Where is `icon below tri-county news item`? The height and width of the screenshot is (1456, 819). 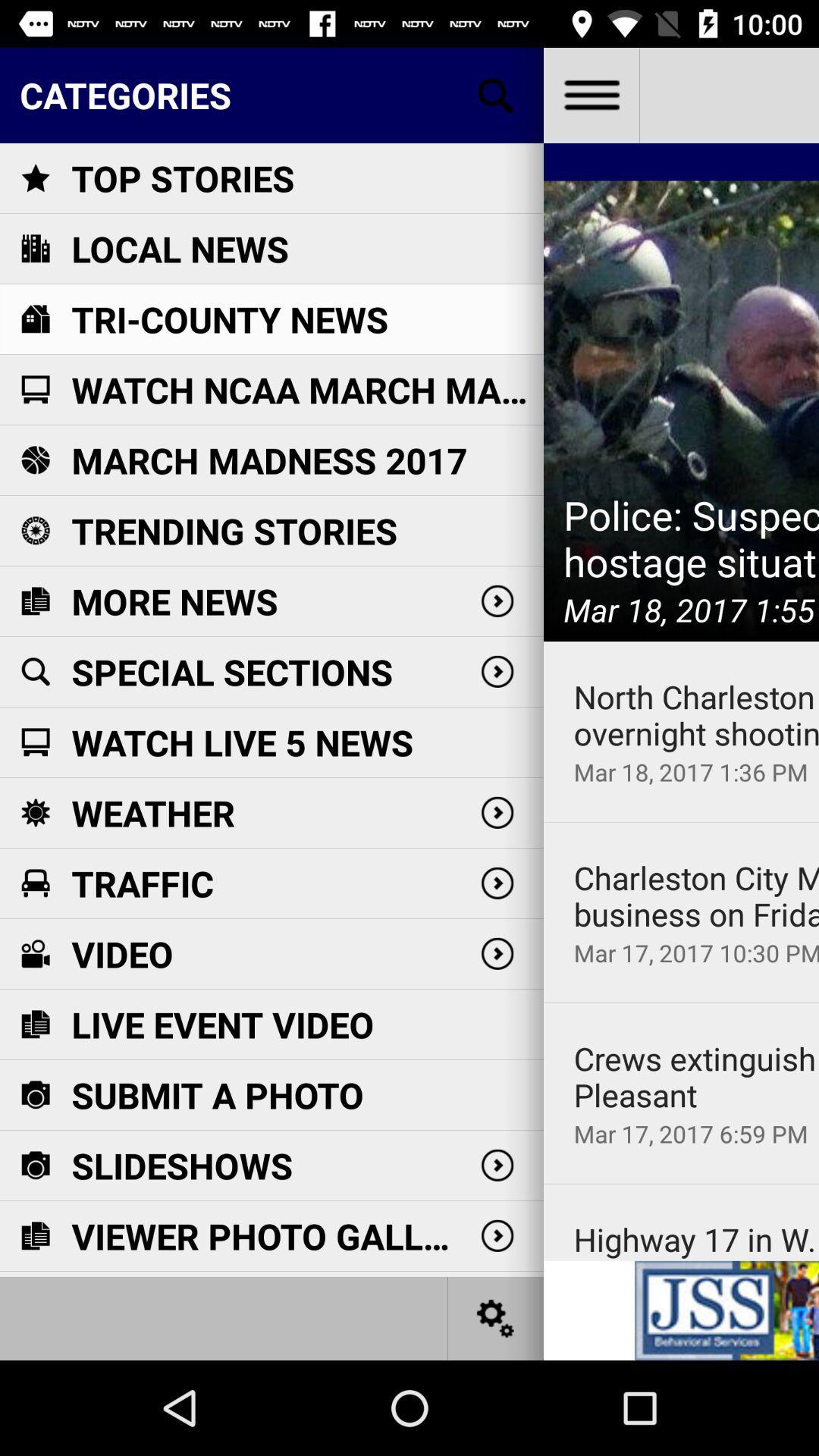
icon below tri-county news item is located at coordinates (307, 390).